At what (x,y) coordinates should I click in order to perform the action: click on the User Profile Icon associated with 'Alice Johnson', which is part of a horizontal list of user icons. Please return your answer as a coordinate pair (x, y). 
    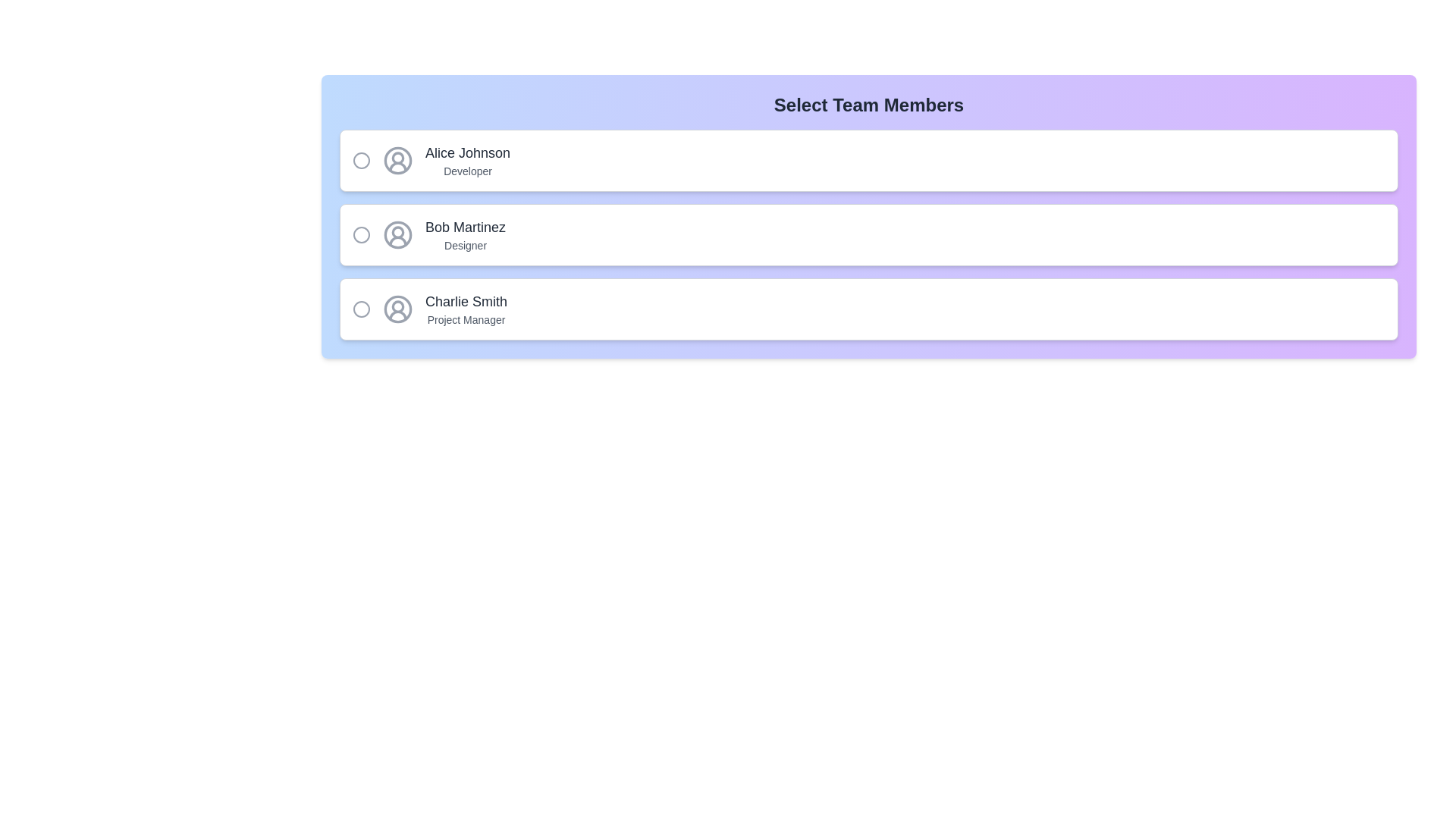
    Looking at the image, I should click on (397, 161).